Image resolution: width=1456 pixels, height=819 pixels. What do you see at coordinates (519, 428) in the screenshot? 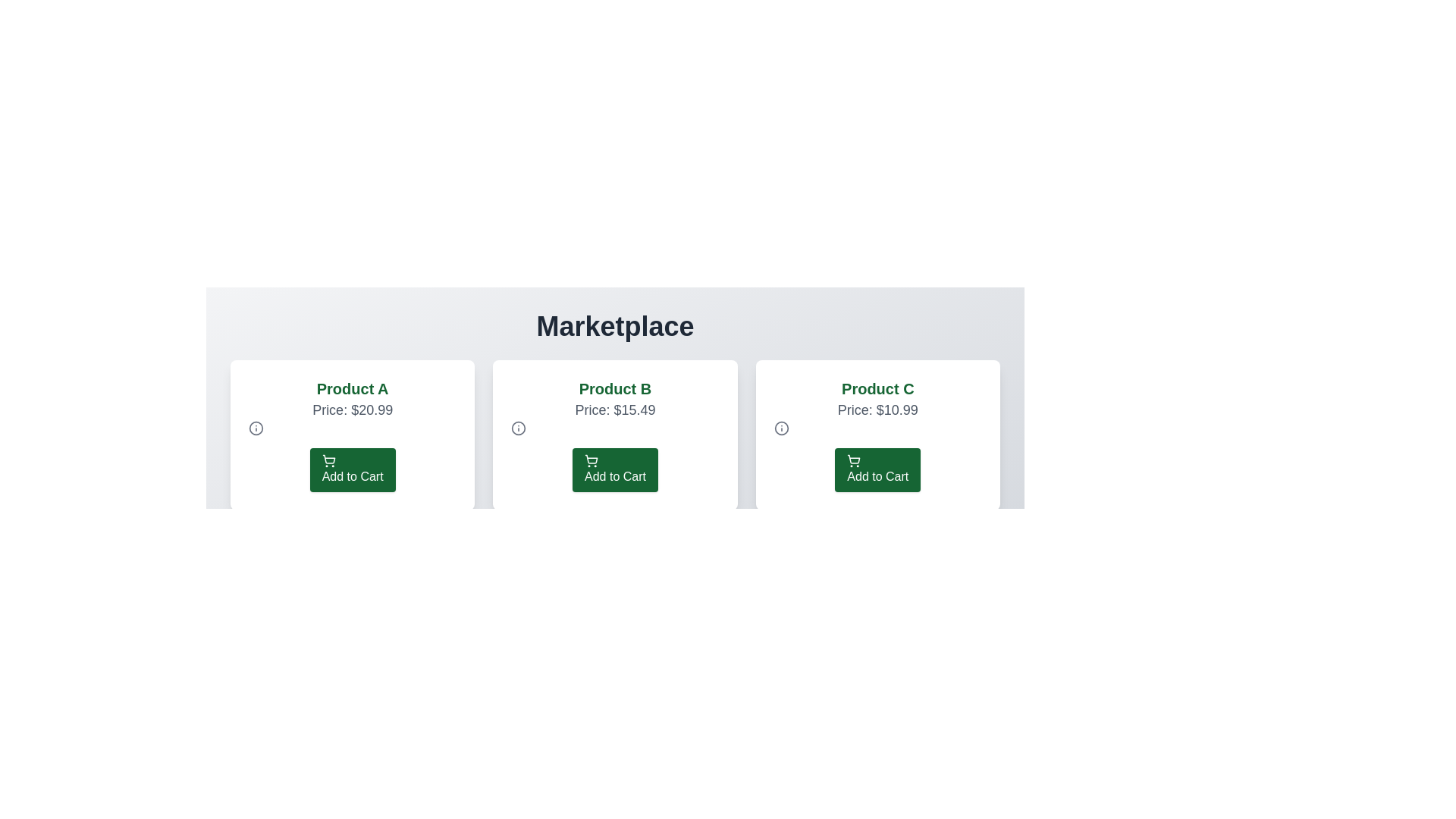
I see `the information icon located within the card for 'Product B', positioned just below the price text '$15.49' and above the 'Add to Cart' button` at bounding box center [519, 428].